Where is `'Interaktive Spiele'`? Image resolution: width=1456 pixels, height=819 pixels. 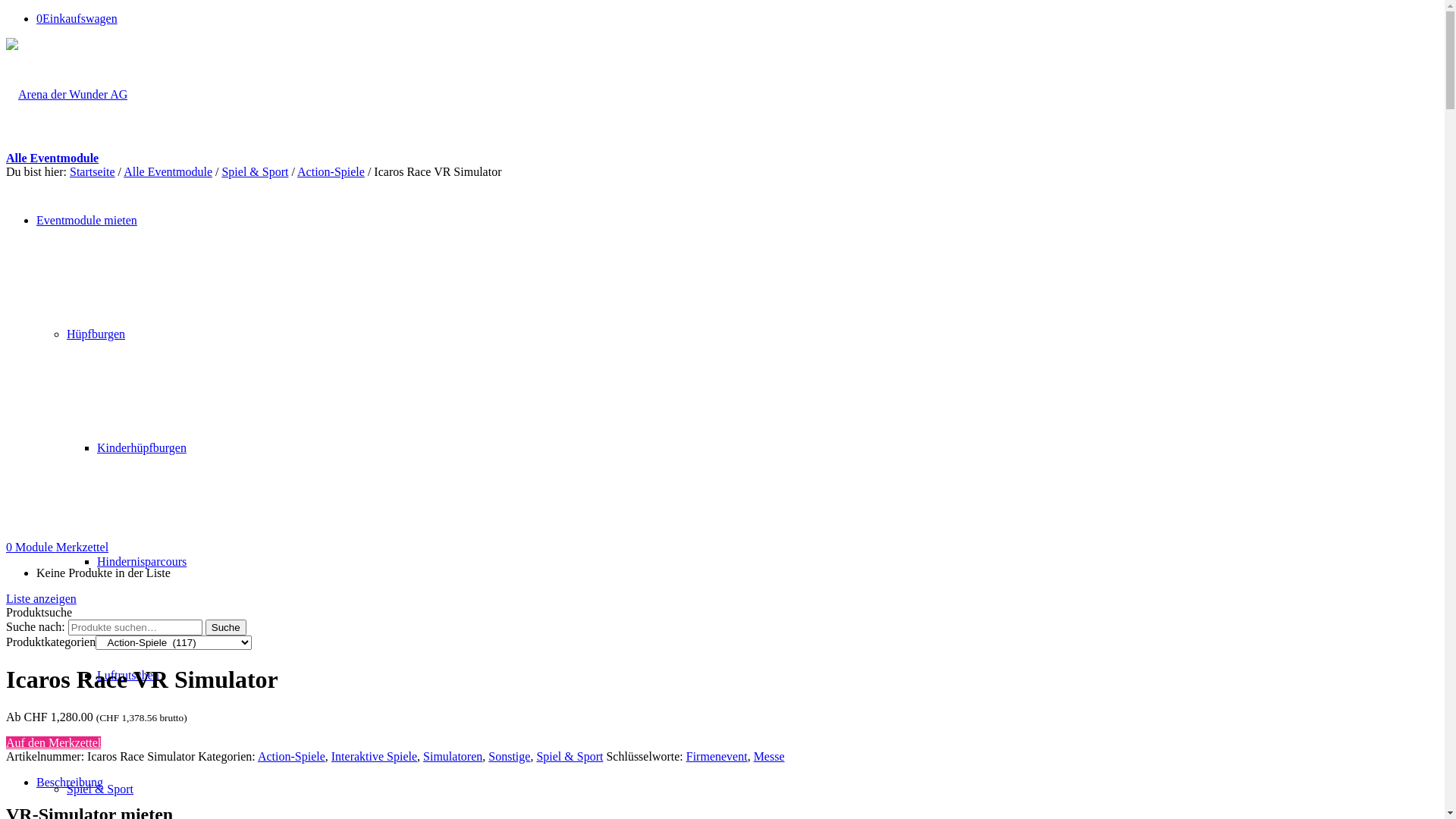 'Interaktive Spiele' is located at coordinates (374, 756).